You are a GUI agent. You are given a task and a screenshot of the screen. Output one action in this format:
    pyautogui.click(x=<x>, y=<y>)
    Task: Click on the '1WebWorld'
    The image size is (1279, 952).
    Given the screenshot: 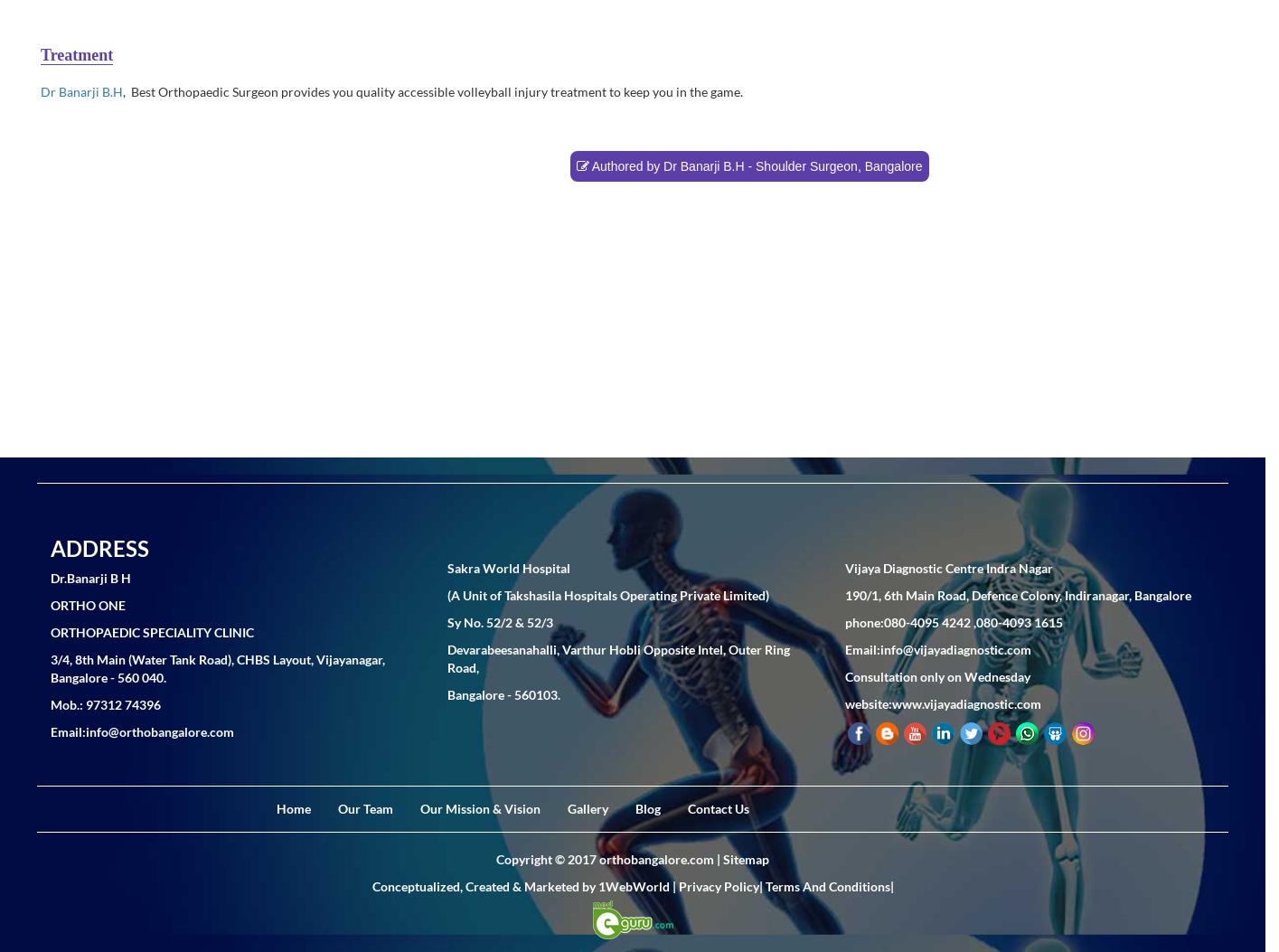 What is the action you would take?
    pyautogui.click(x=633, y=885)
    